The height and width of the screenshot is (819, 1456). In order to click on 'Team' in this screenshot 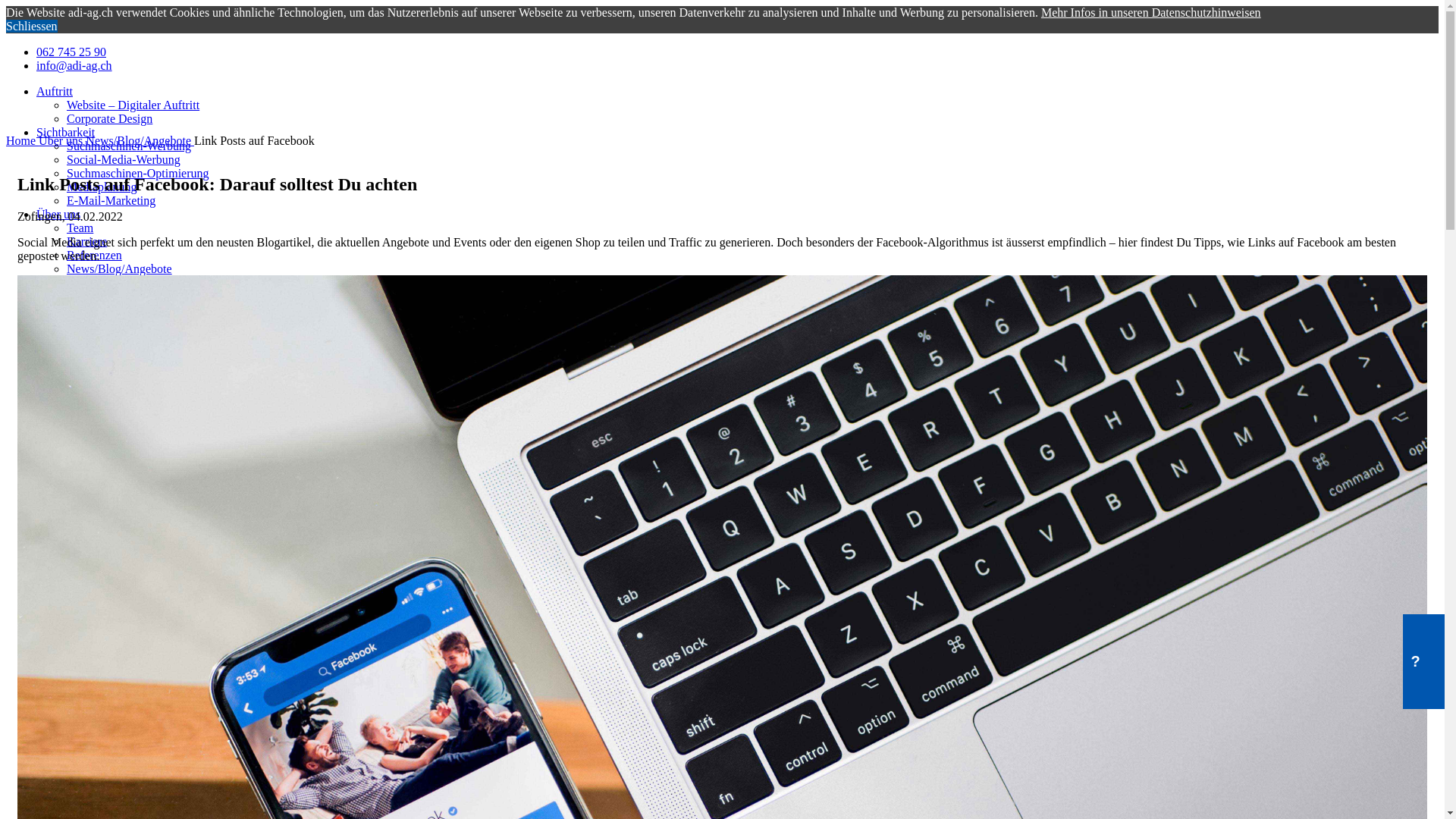, I will do `click(65, 227)`.